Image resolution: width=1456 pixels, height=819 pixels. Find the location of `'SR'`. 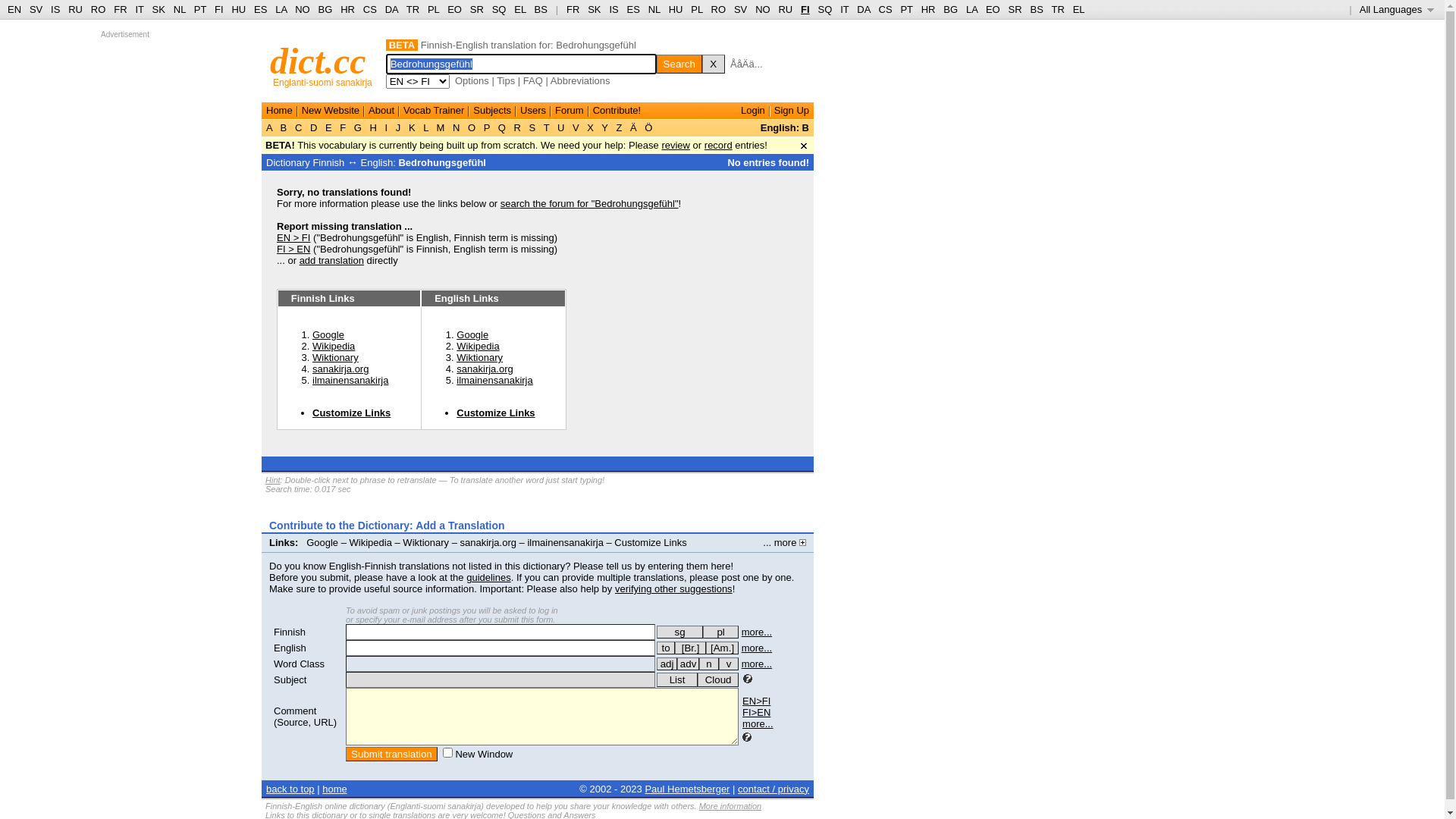

'SR' is located at coordinates (469, 9).